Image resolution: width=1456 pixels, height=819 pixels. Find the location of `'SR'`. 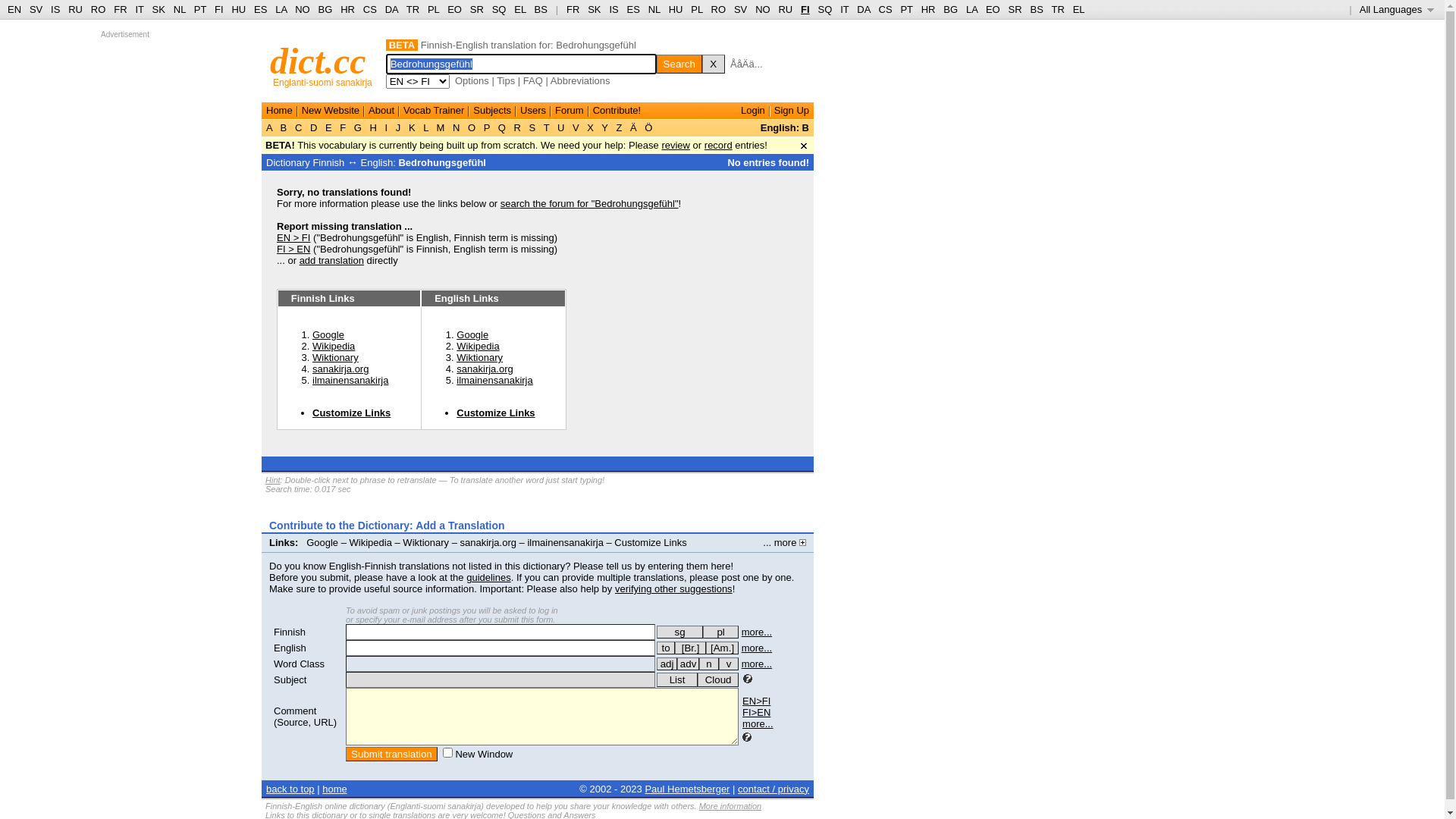

'SR' is located at coordinates (469, 9).